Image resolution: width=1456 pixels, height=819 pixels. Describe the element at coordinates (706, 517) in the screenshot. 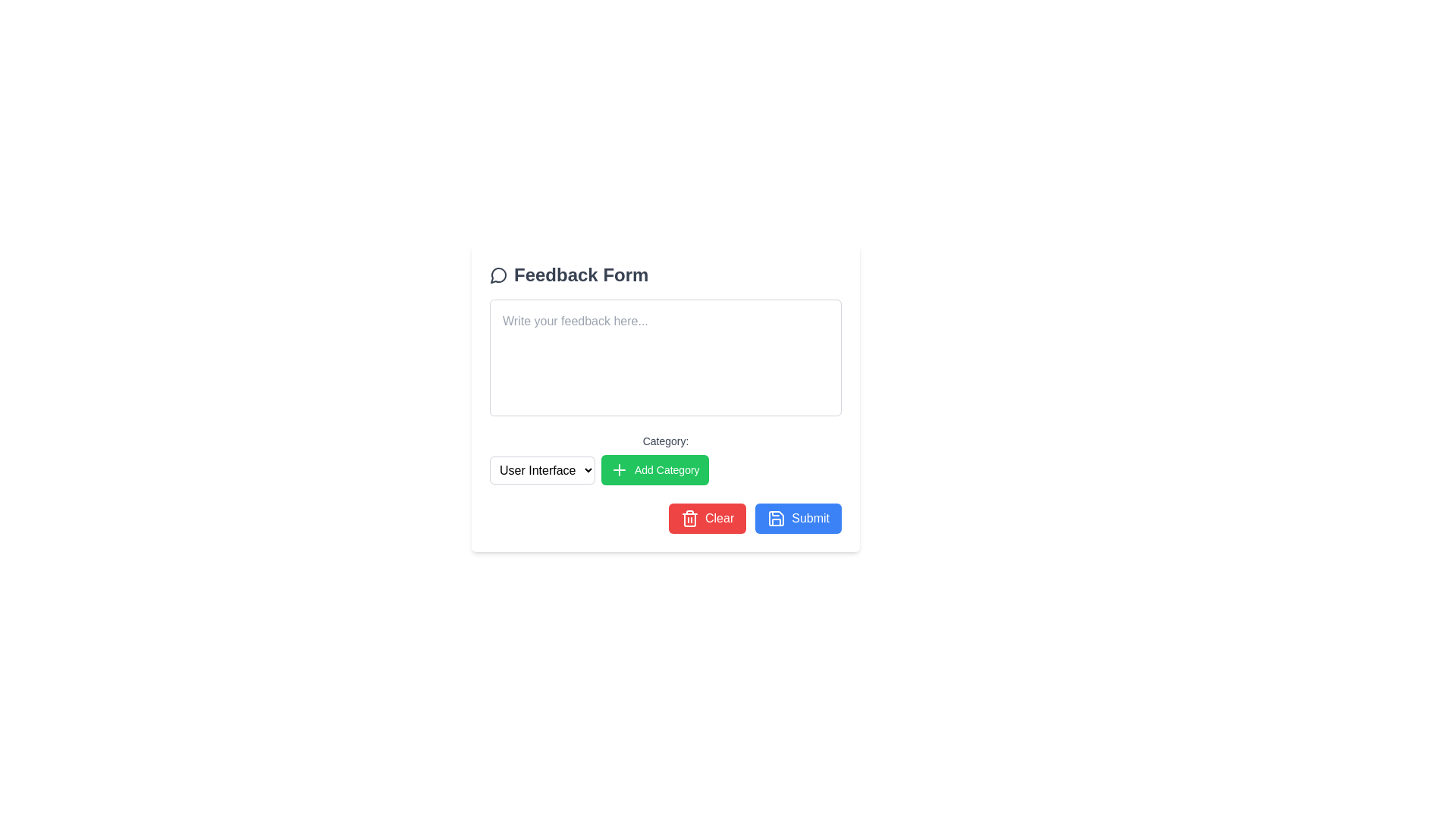

I see `the first button from the left in the group of buttons at the bottom of the feedback form to clear all information entered in the form` at that location.